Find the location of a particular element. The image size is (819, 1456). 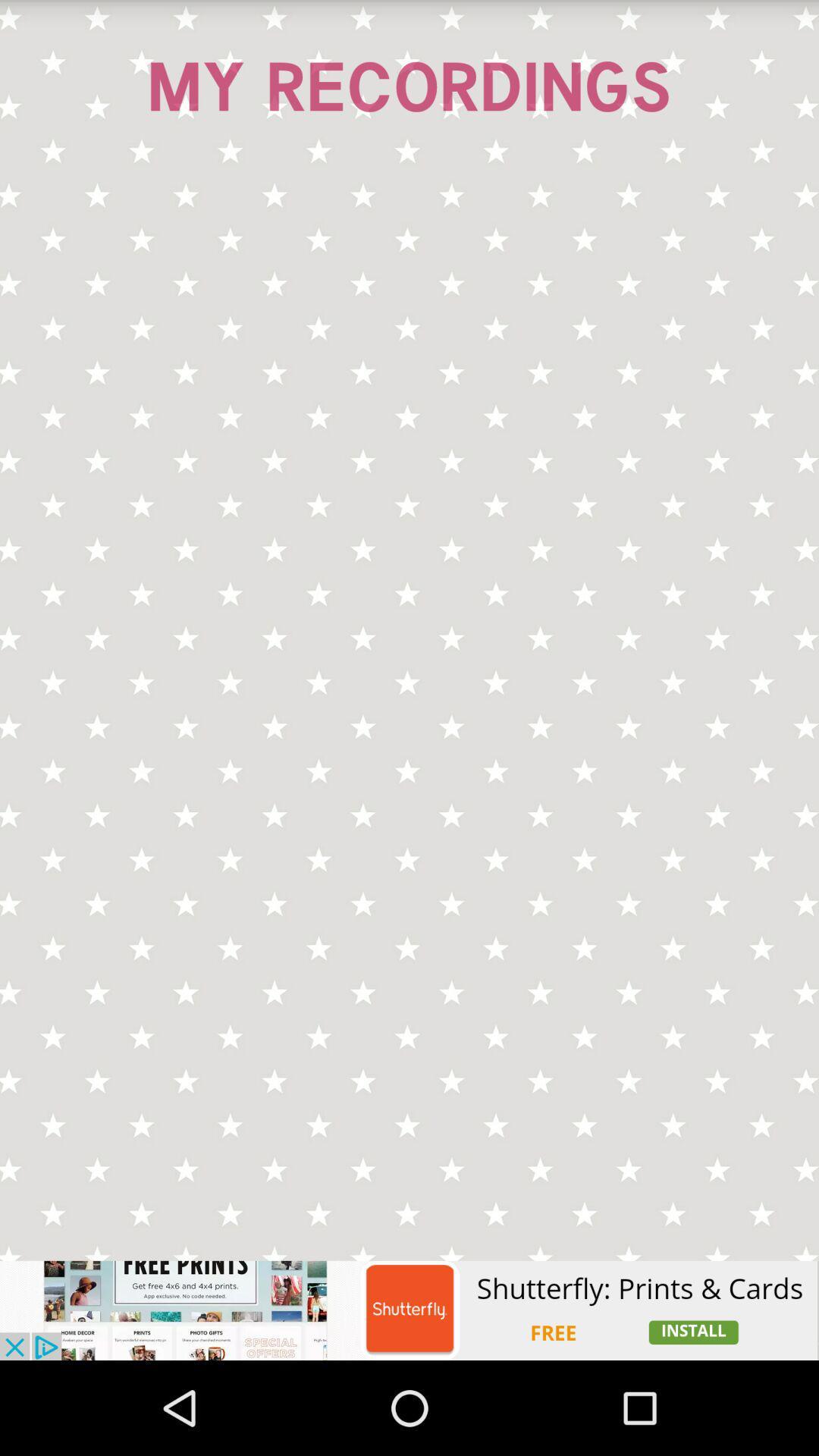

your recordings is located at coordinates (409, 713).